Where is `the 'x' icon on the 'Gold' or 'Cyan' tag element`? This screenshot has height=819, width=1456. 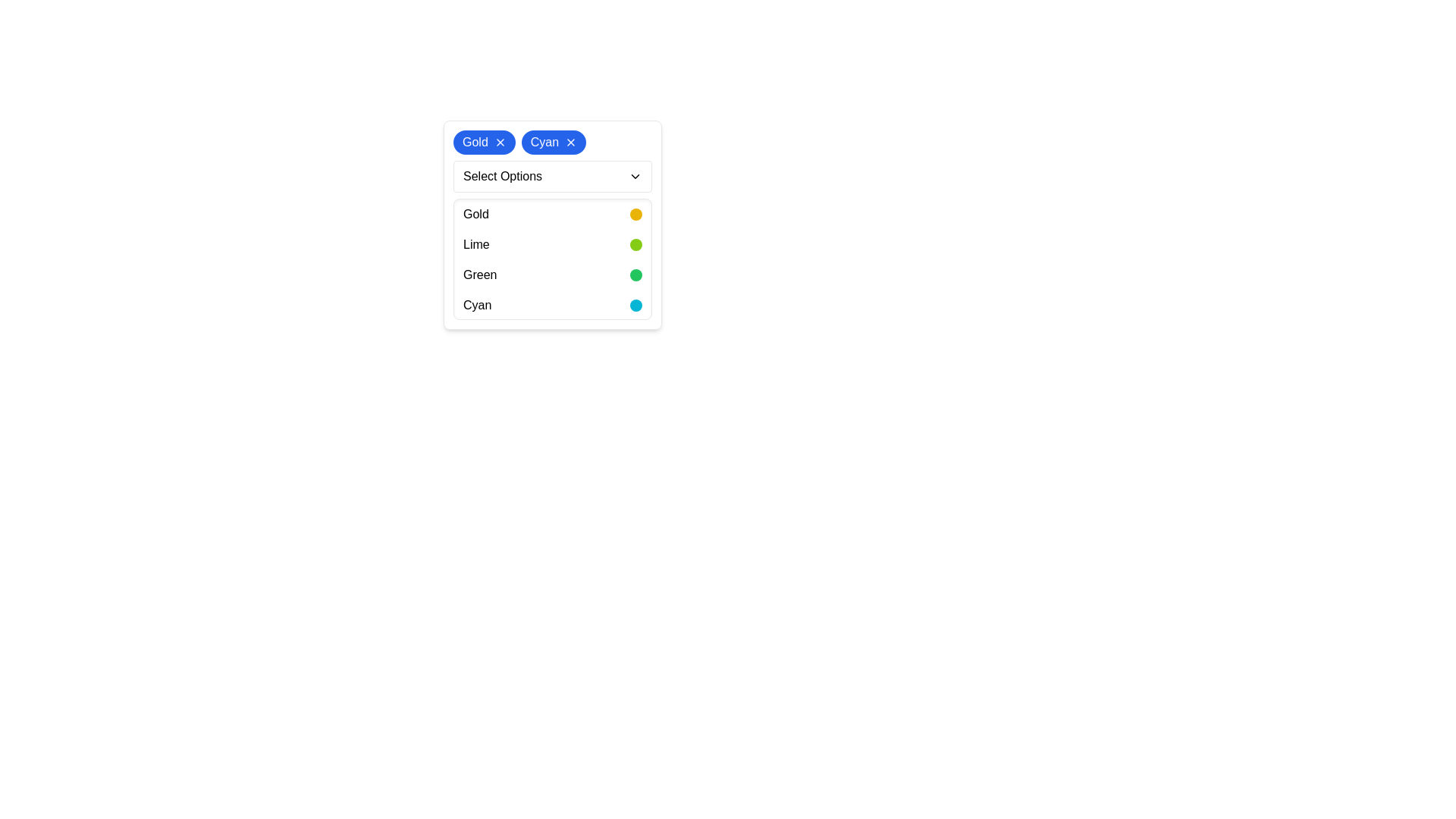 the 'x' icon on the 'Gold' or 'Cyan' tag element is located at coordinates (552, 143).